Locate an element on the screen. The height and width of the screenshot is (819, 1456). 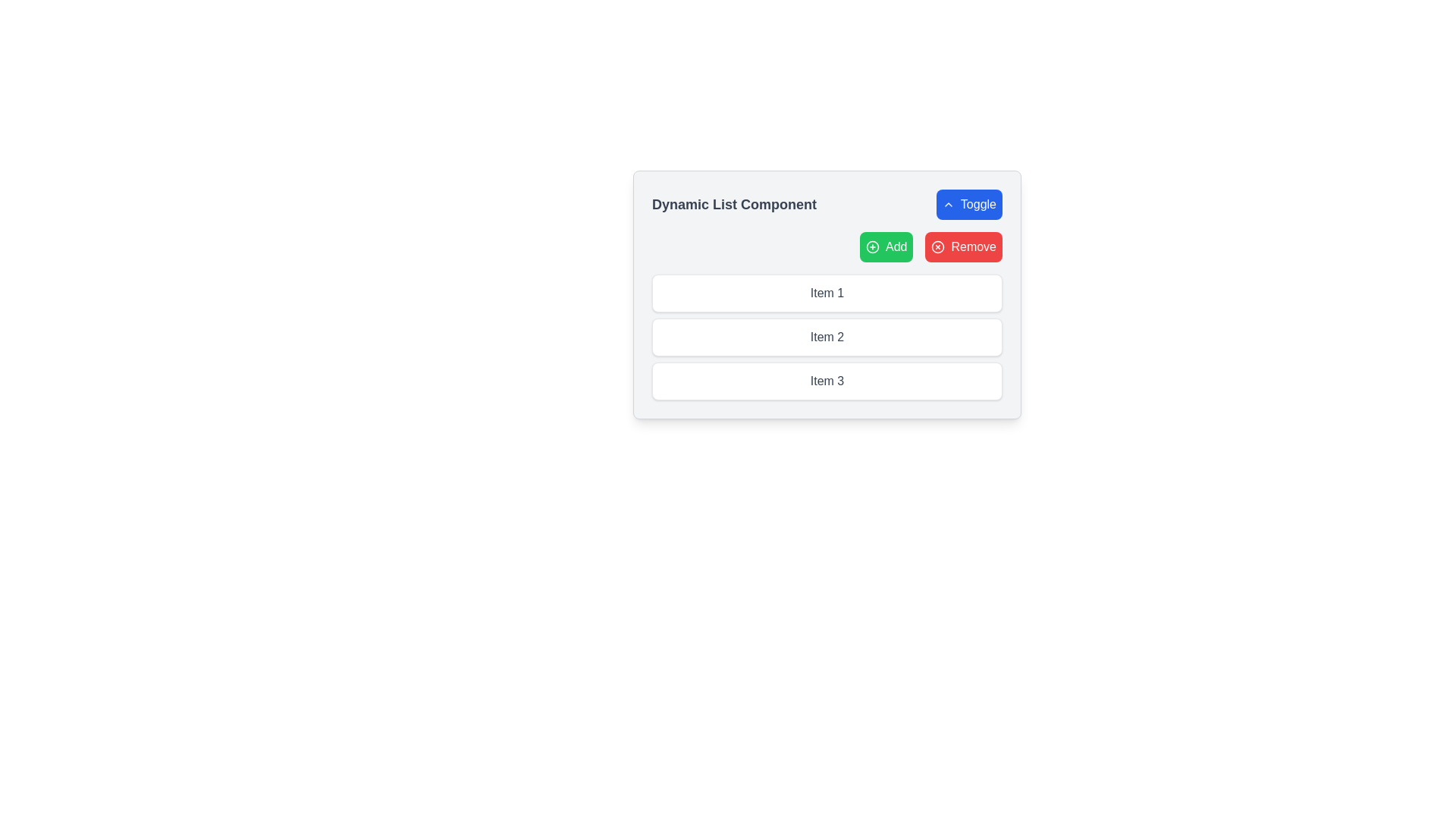
the text label that indicates the purpose of the green 'Add' button located within the 'Dynamic List Component' is located at coordinates (896, 246).